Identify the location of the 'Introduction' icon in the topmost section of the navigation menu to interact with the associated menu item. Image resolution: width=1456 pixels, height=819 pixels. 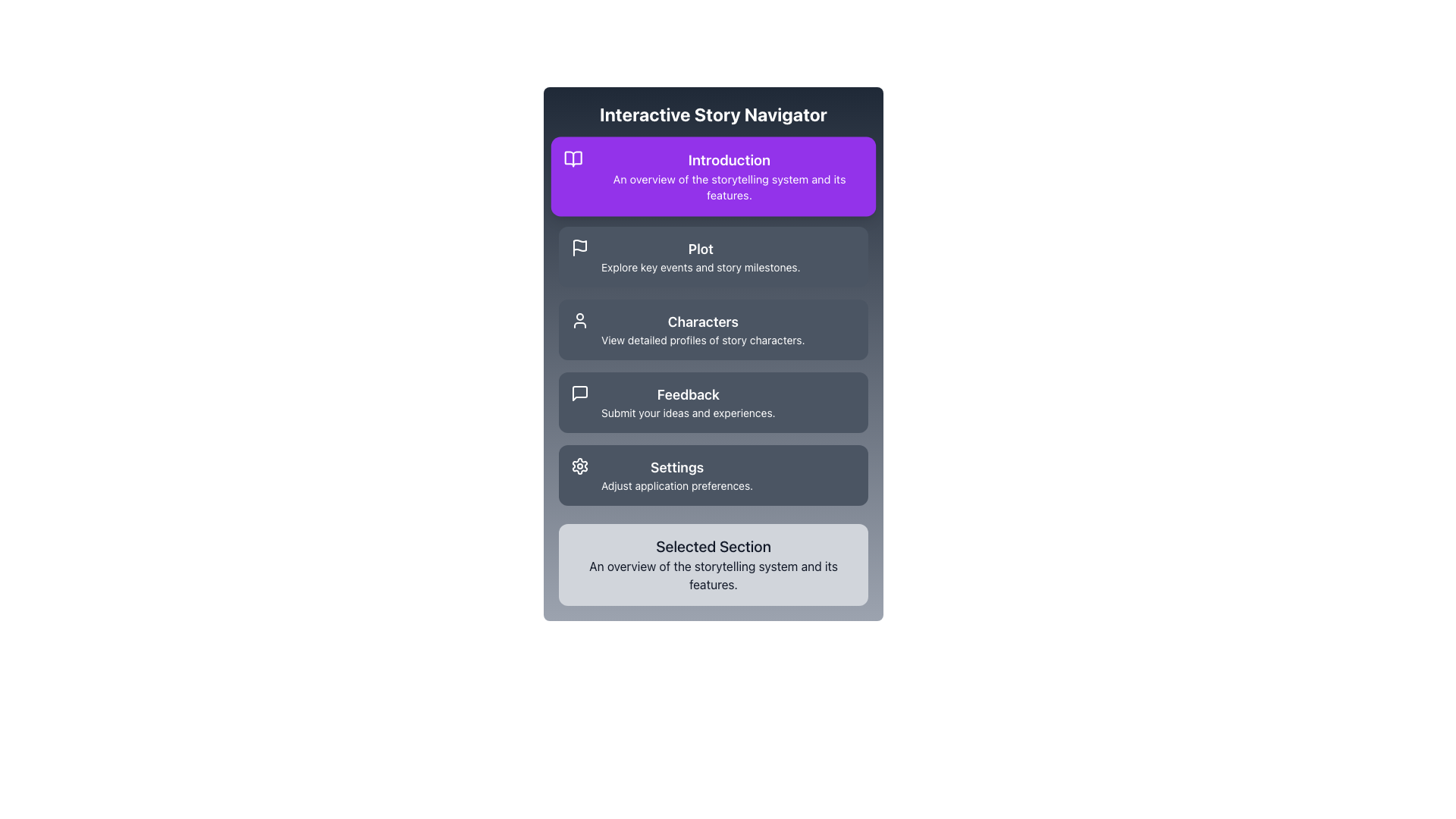
(572, 158).